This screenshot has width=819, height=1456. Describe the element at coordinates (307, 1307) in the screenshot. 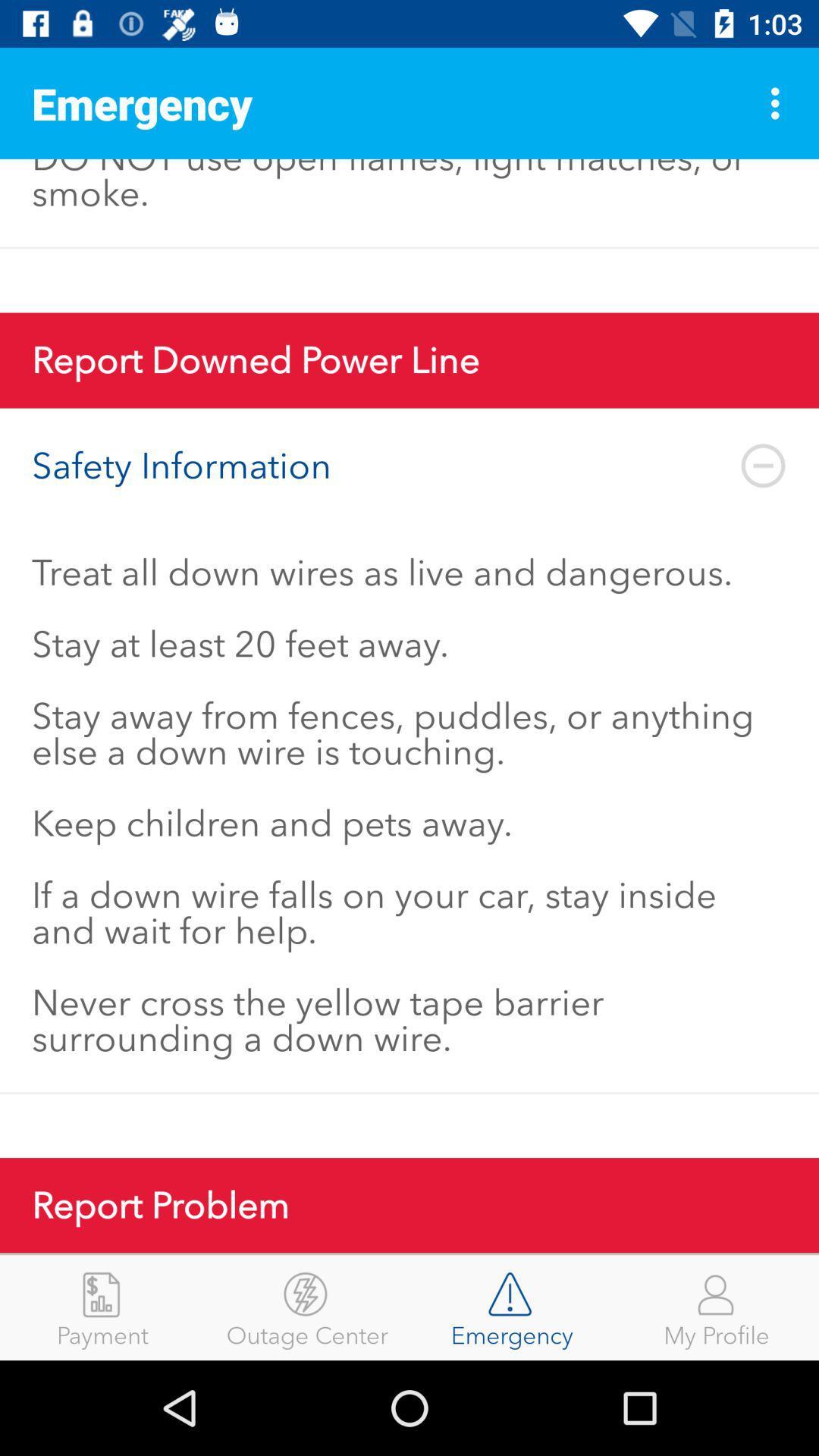

I see `outage center icon` at that location.